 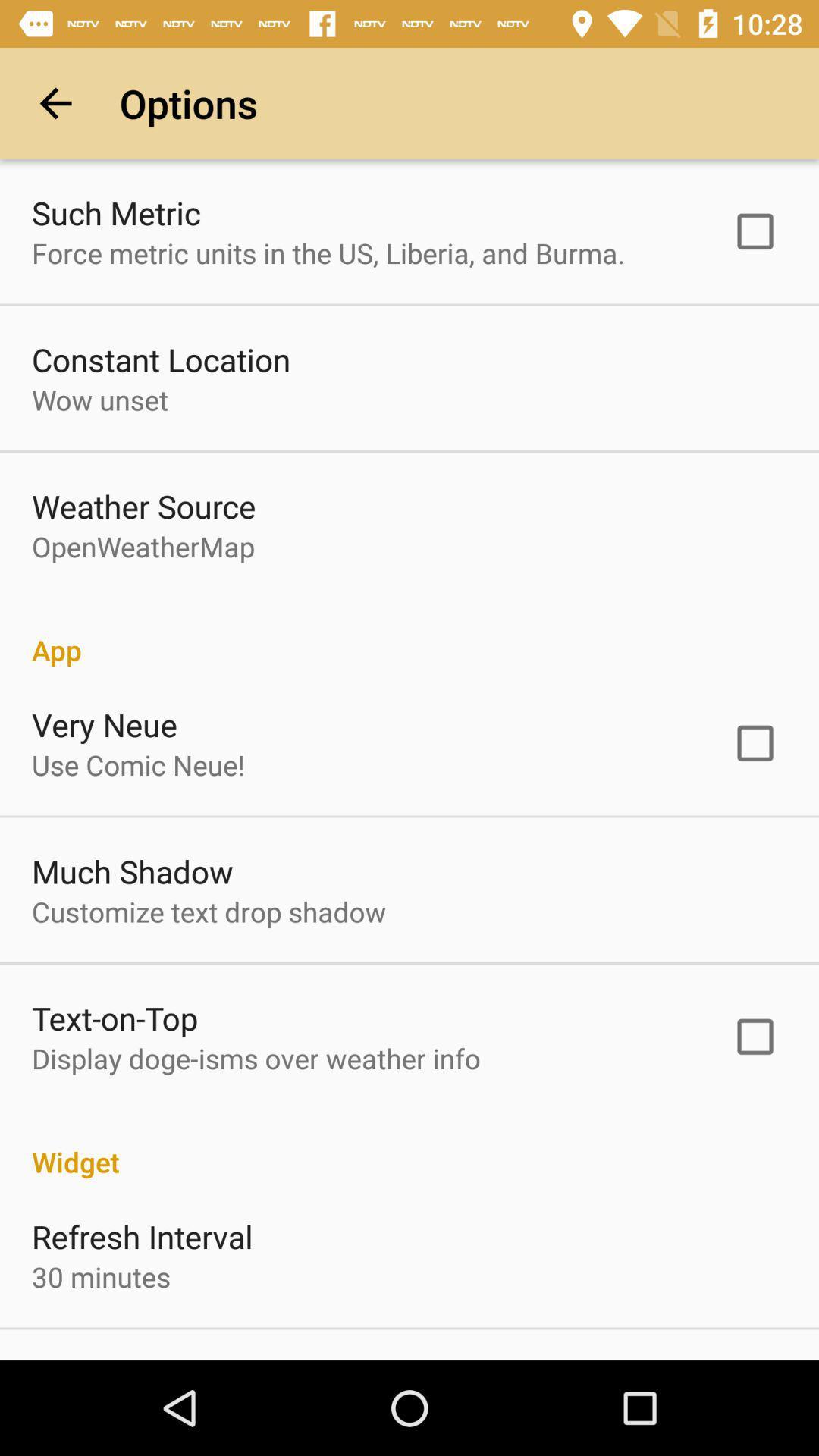 I want to click on constant location item, so click(x=161, y=359).